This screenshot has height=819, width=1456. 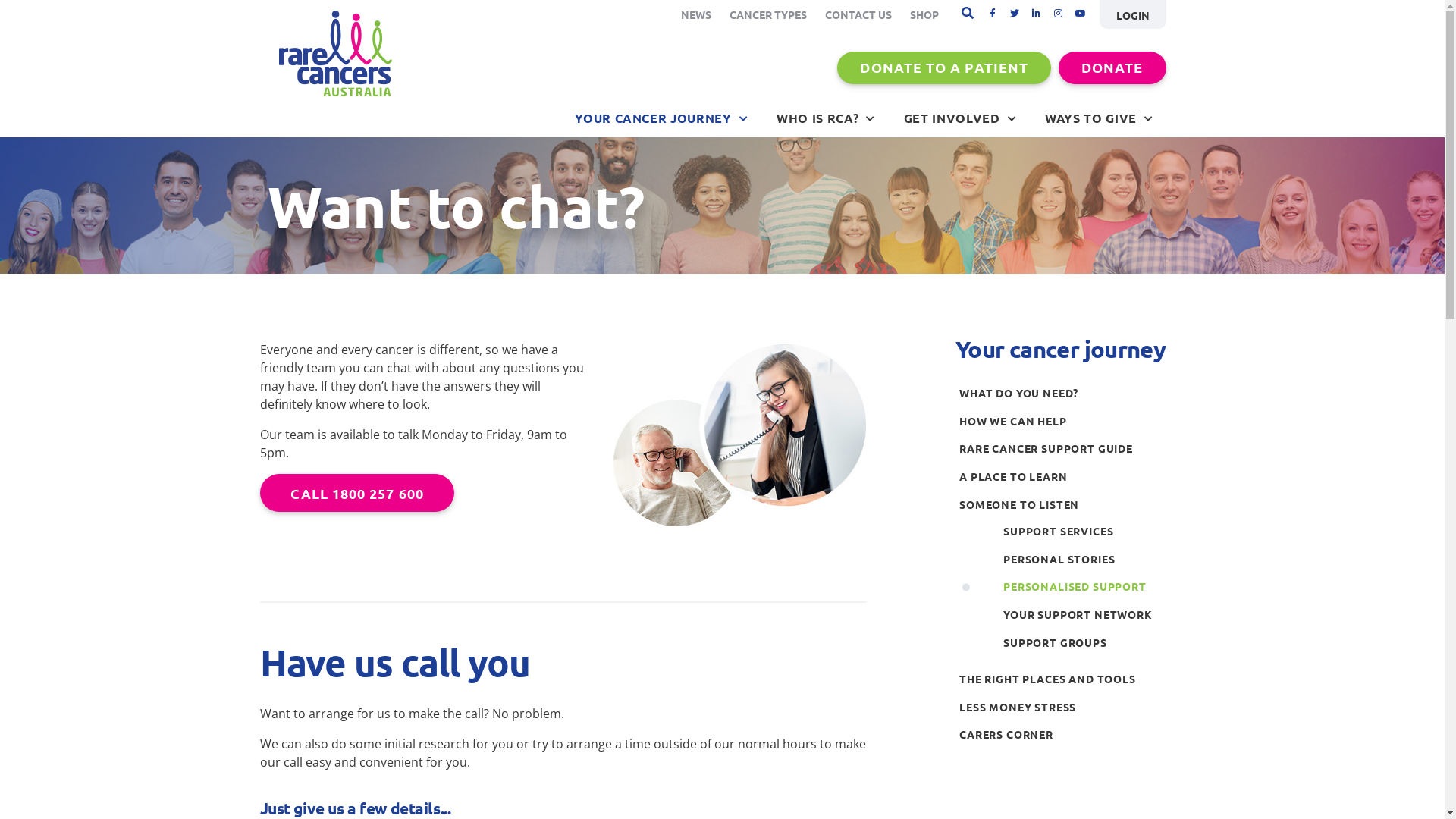 I want to click on 'LESS MONEY STRESS', so click(x=954, y=707).